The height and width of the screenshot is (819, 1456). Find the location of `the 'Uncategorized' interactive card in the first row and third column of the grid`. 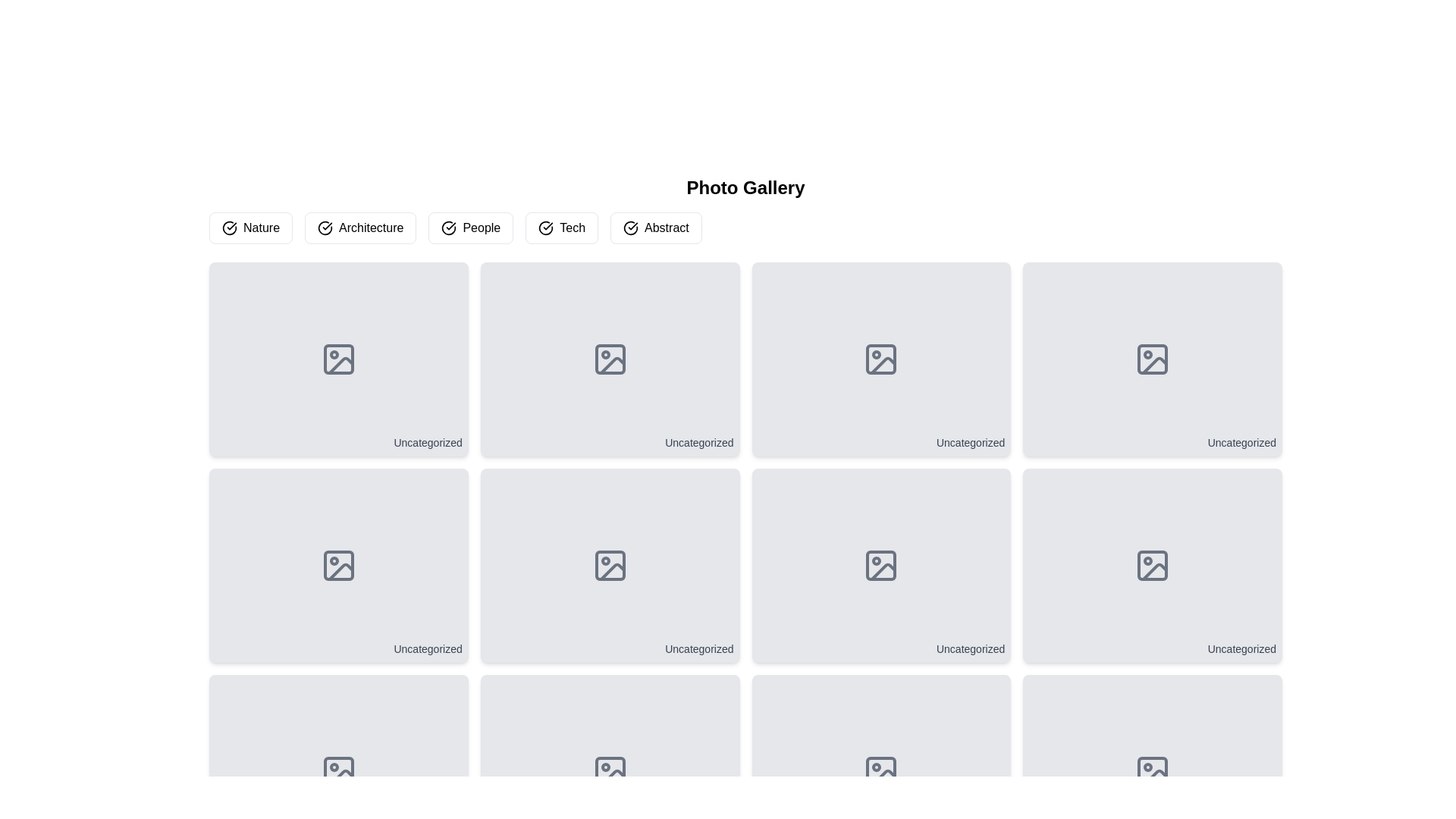

the 'Uncategorized' interactive card in the first row and third column of the grid is located at coordinates (881, 359).